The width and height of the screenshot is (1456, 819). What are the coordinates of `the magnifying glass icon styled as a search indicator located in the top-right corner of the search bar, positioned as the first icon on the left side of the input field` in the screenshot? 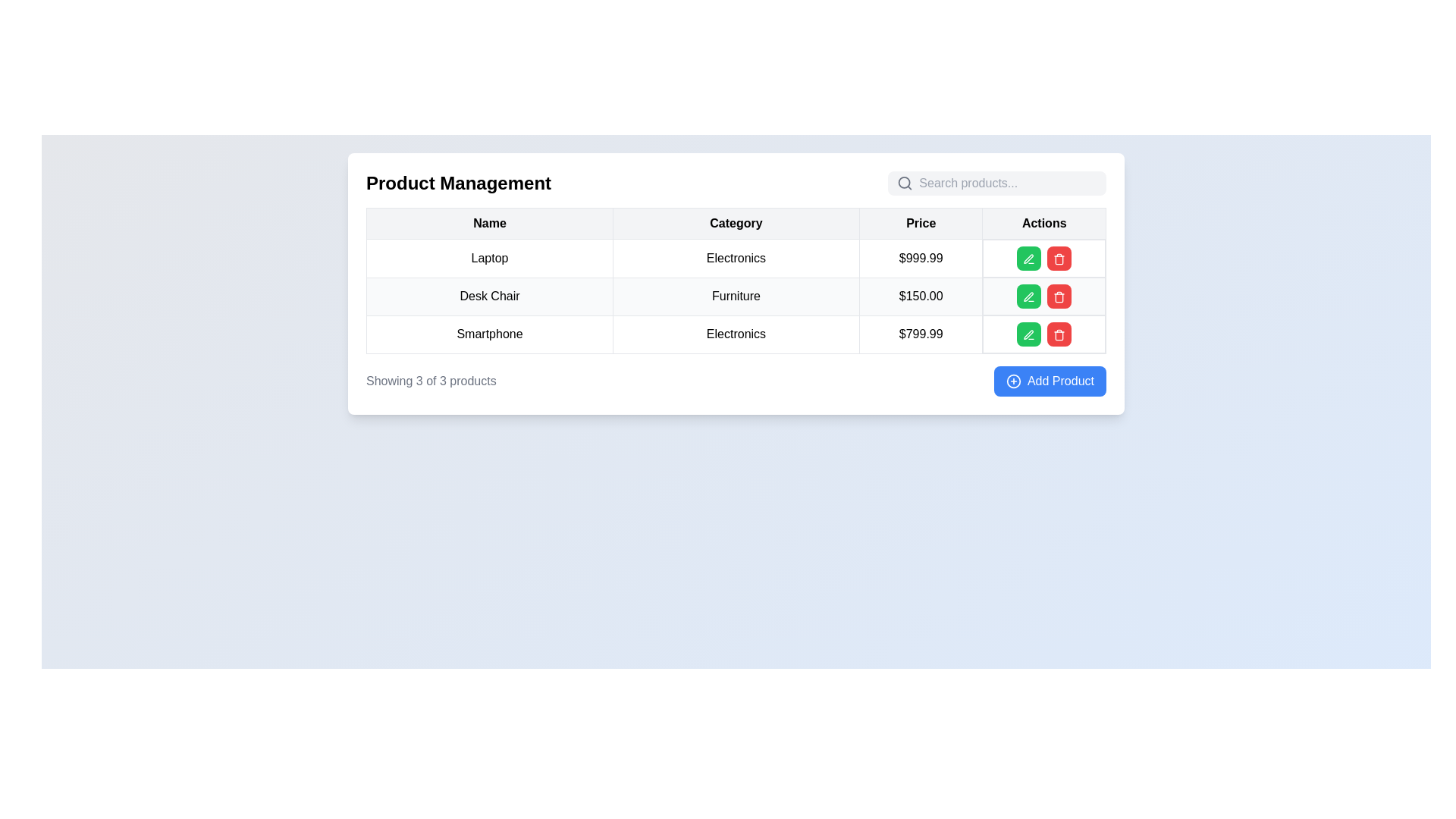 It's located at (905, 183).